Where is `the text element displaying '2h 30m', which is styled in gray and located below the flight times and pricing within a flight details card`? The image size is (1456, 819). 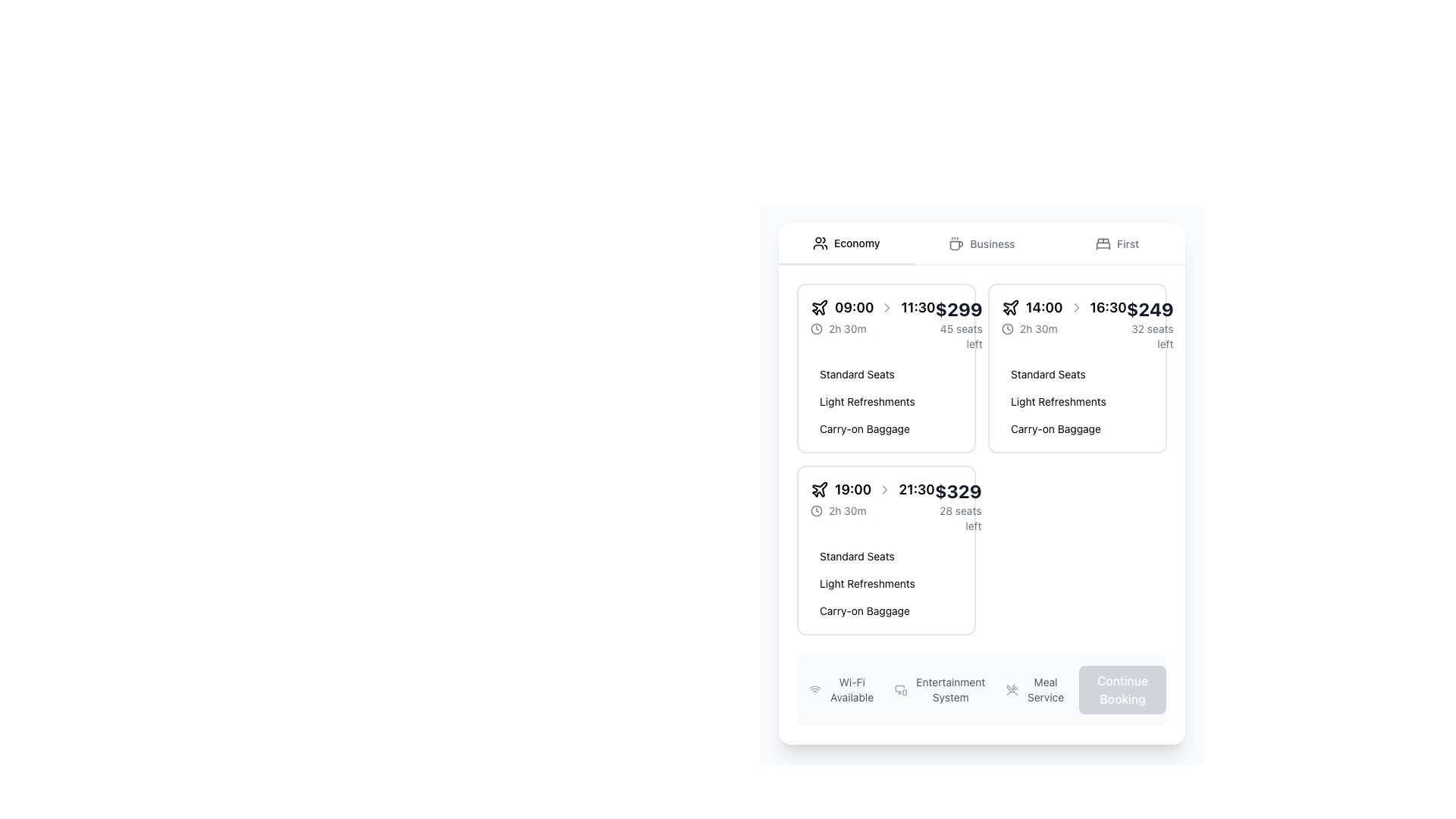 the text element displaying '2h 30m', which is styled in gray and located below the flight times and pricing within a flight details card is located at coordinates (846, 328).